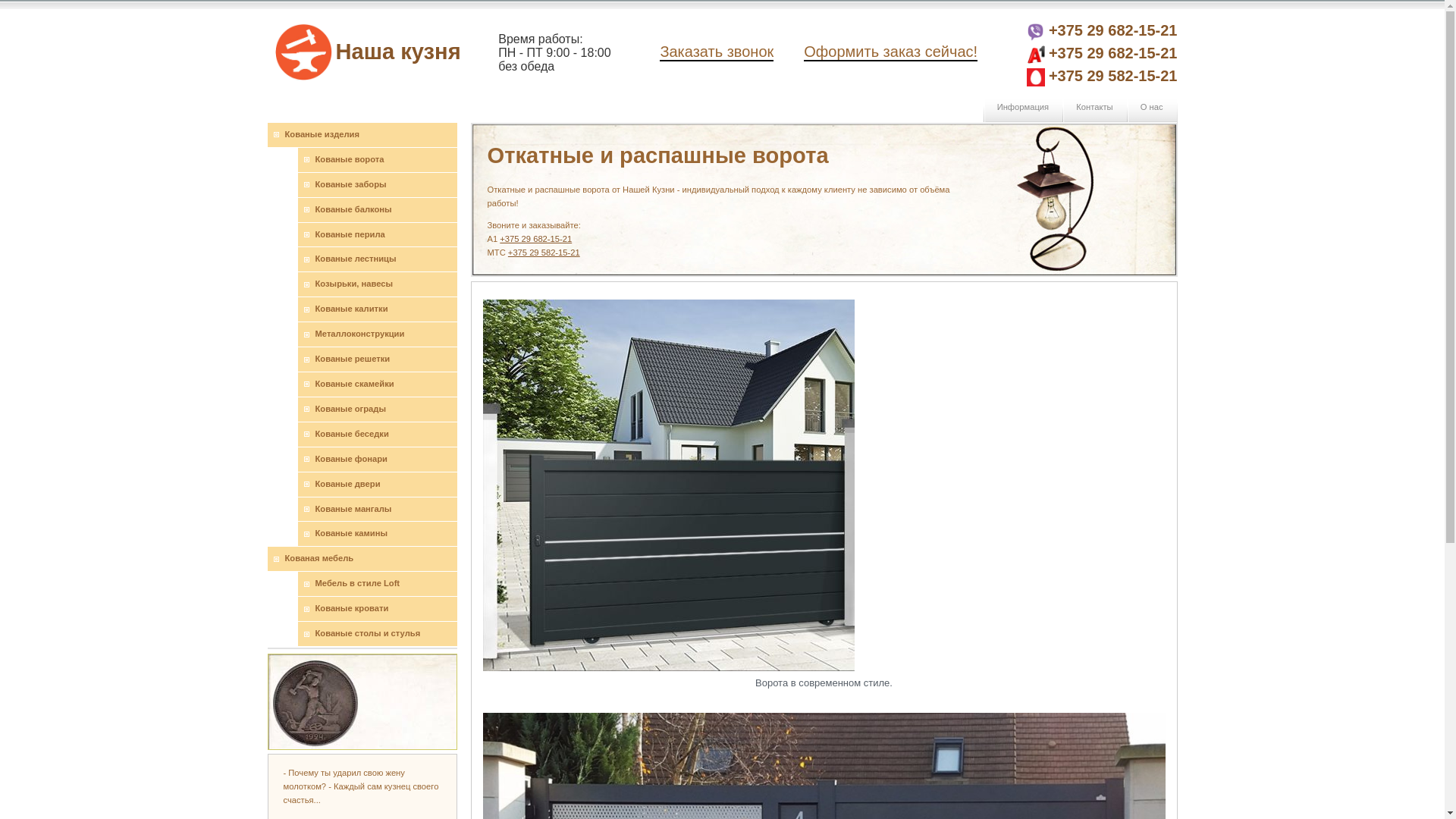  What do you see at coordinates (1113, 52) in the screenshot?
I see `'+375 29 682-15-21'` at bounding box center [1113, 52].